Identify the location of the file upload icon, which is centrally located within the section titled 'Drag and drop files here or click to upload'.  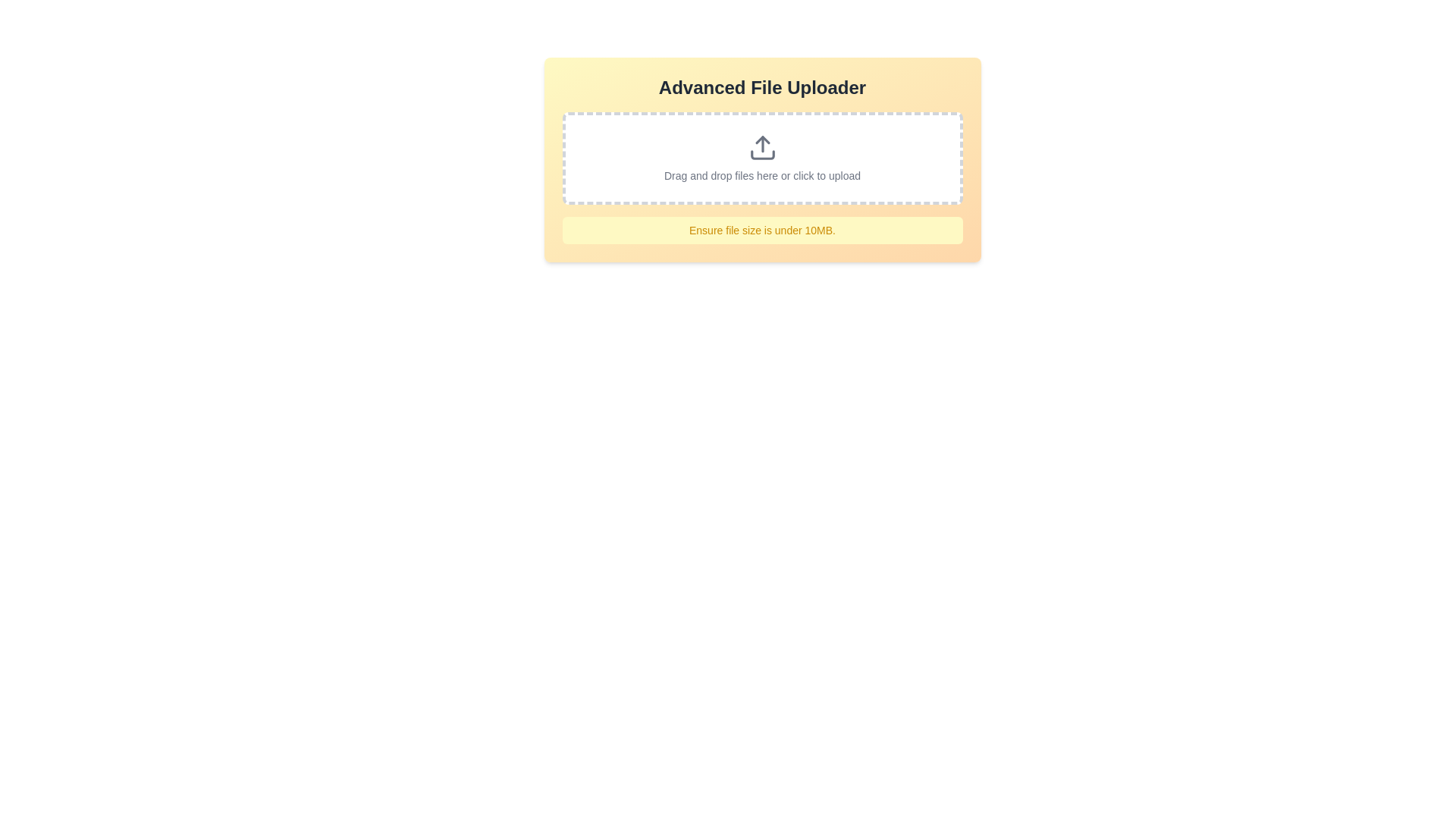
(762, 148).